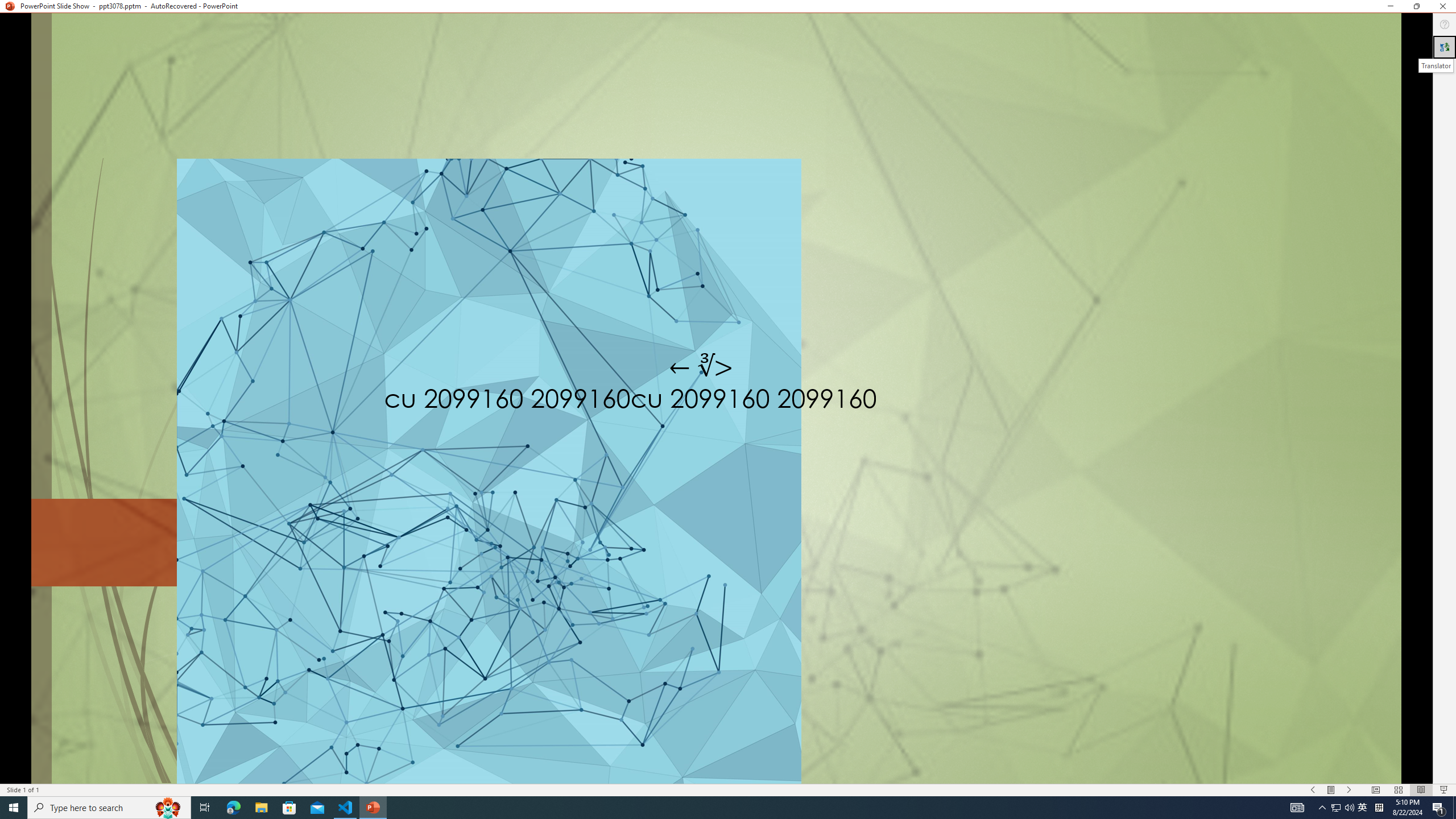 The height and width of the screenshot is (819, 1456). Describe the element at coordinates (1435, 65) in the screenshot. I see `'Translator'` at that location.